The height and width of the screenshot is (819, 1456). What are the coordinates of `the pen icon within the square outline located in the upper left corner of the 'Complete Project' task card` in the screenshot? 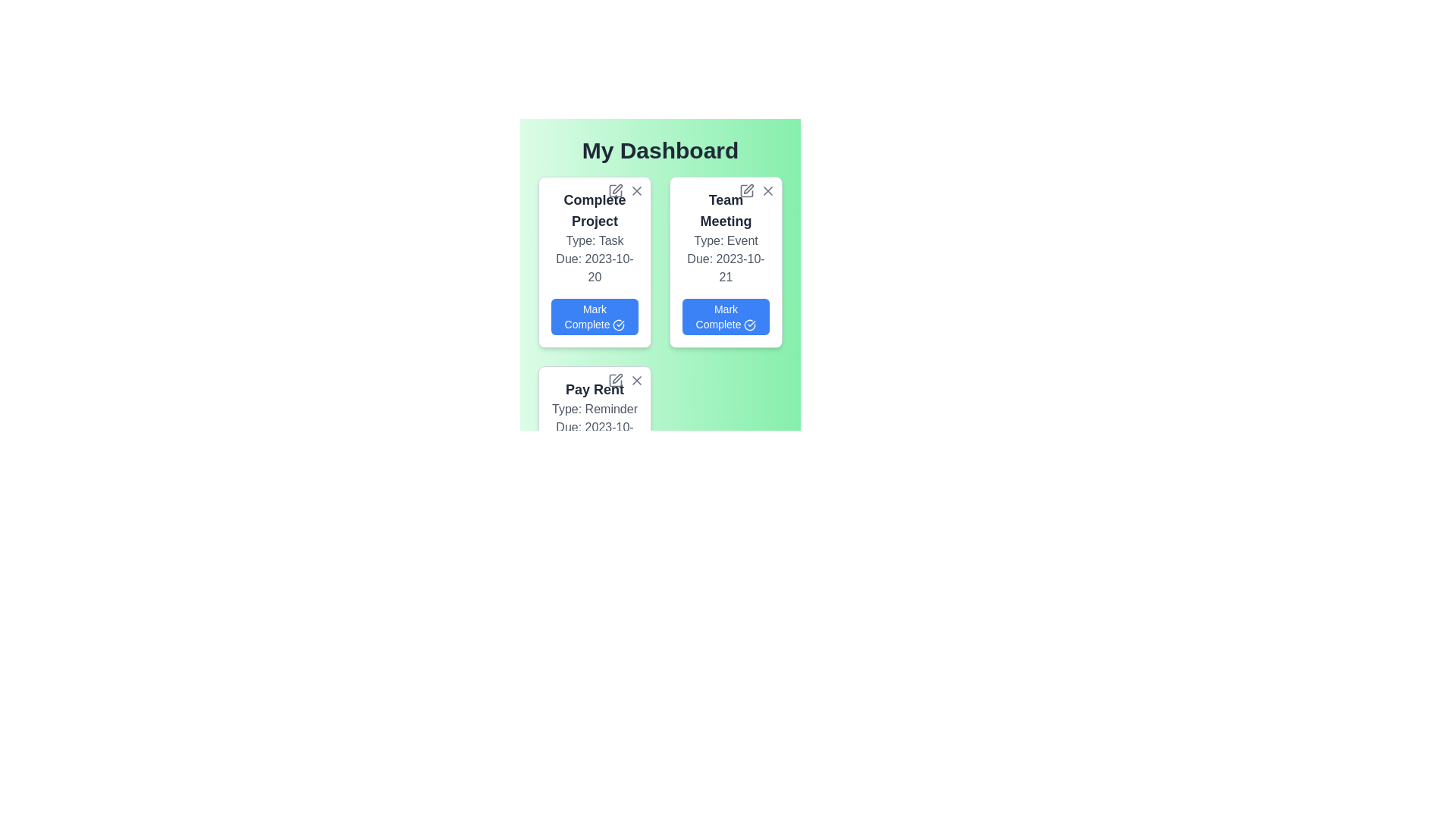 It's located at (615, 190).